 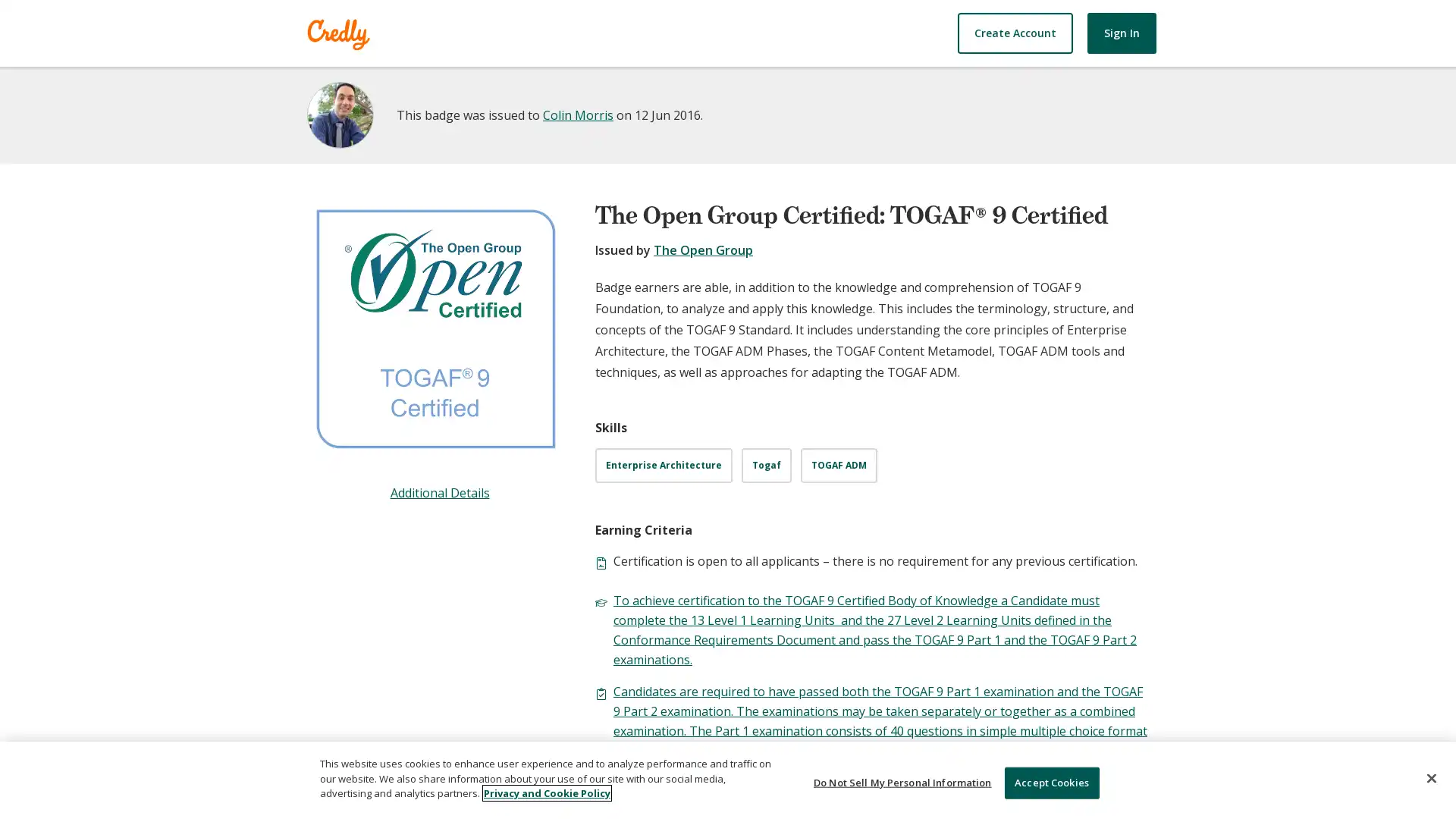 What do you see at coordinates (902, 783) in the screenshot?
I see `Do Not Sell My Personal Information` at bounding box center [902, 783].